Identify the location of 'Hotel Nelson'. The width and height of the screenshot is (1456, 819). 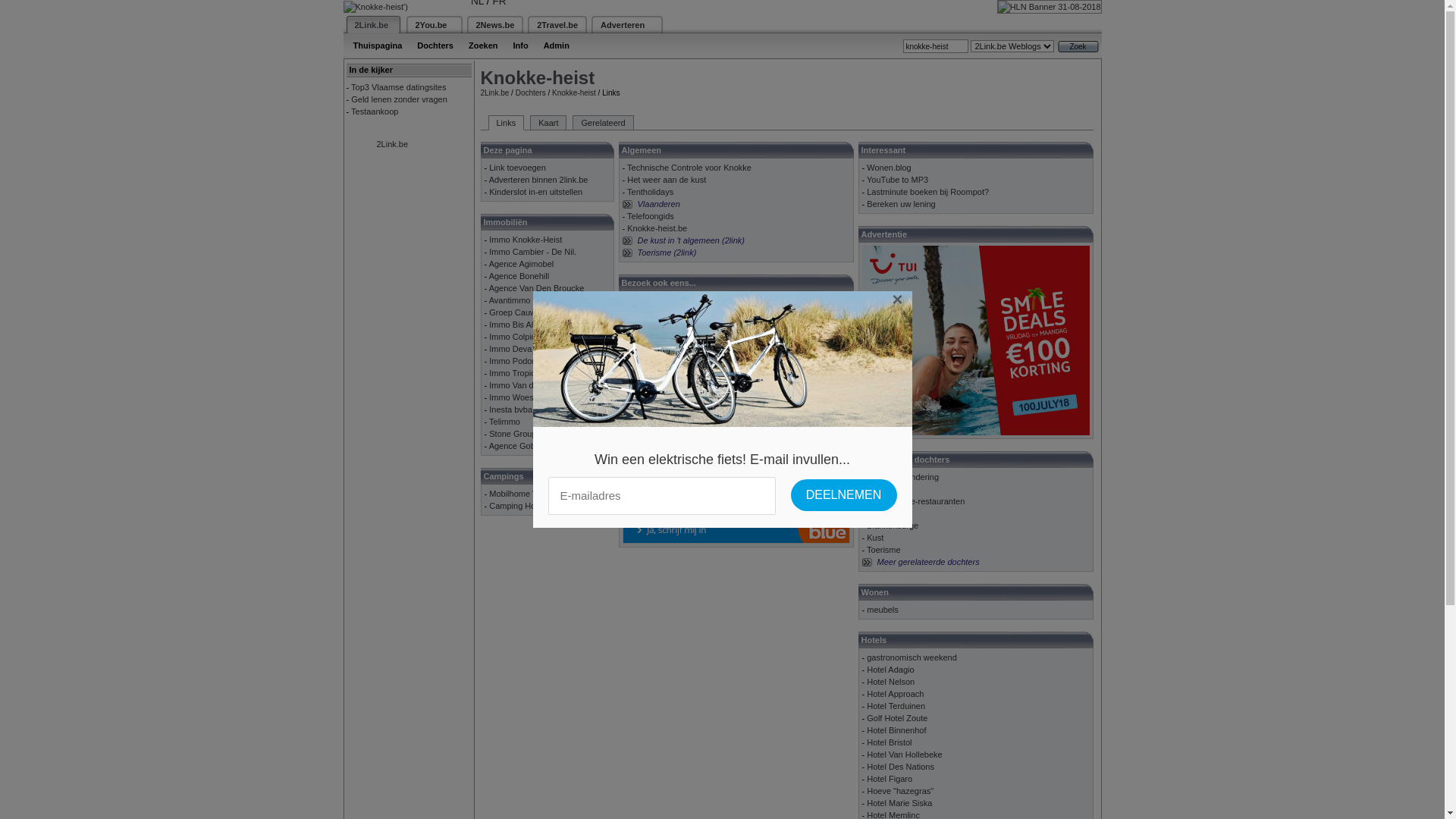
(866, 680).